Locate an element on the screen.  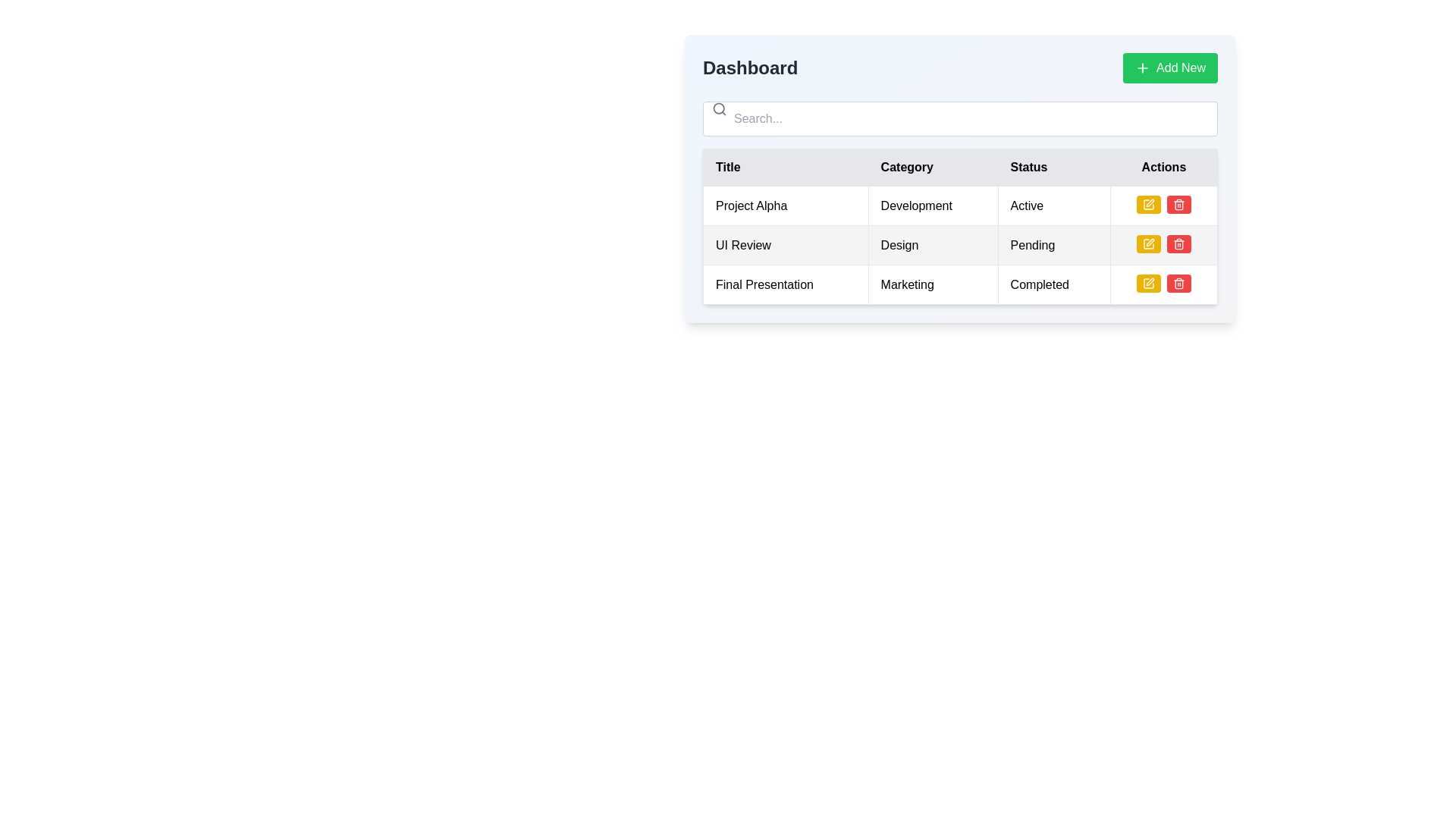
the circular element of the magnifying glass icon, which is part of the search functionality, located towards the top-left corner of the interface layout is located at coordinates (718, 108).